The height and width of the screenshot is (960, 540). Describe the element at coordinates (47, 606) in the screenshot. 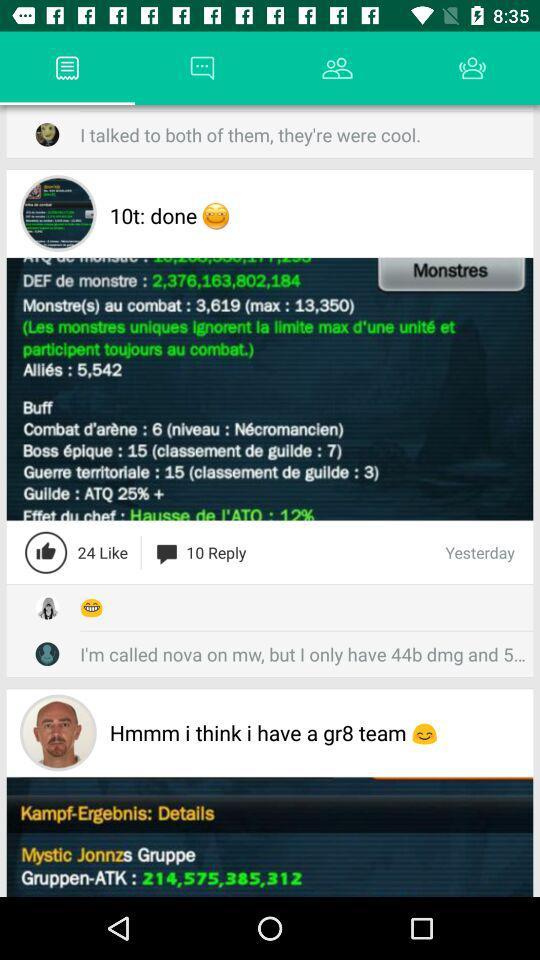

I see `move to the first icon mentioned below 24 likes` at that location.